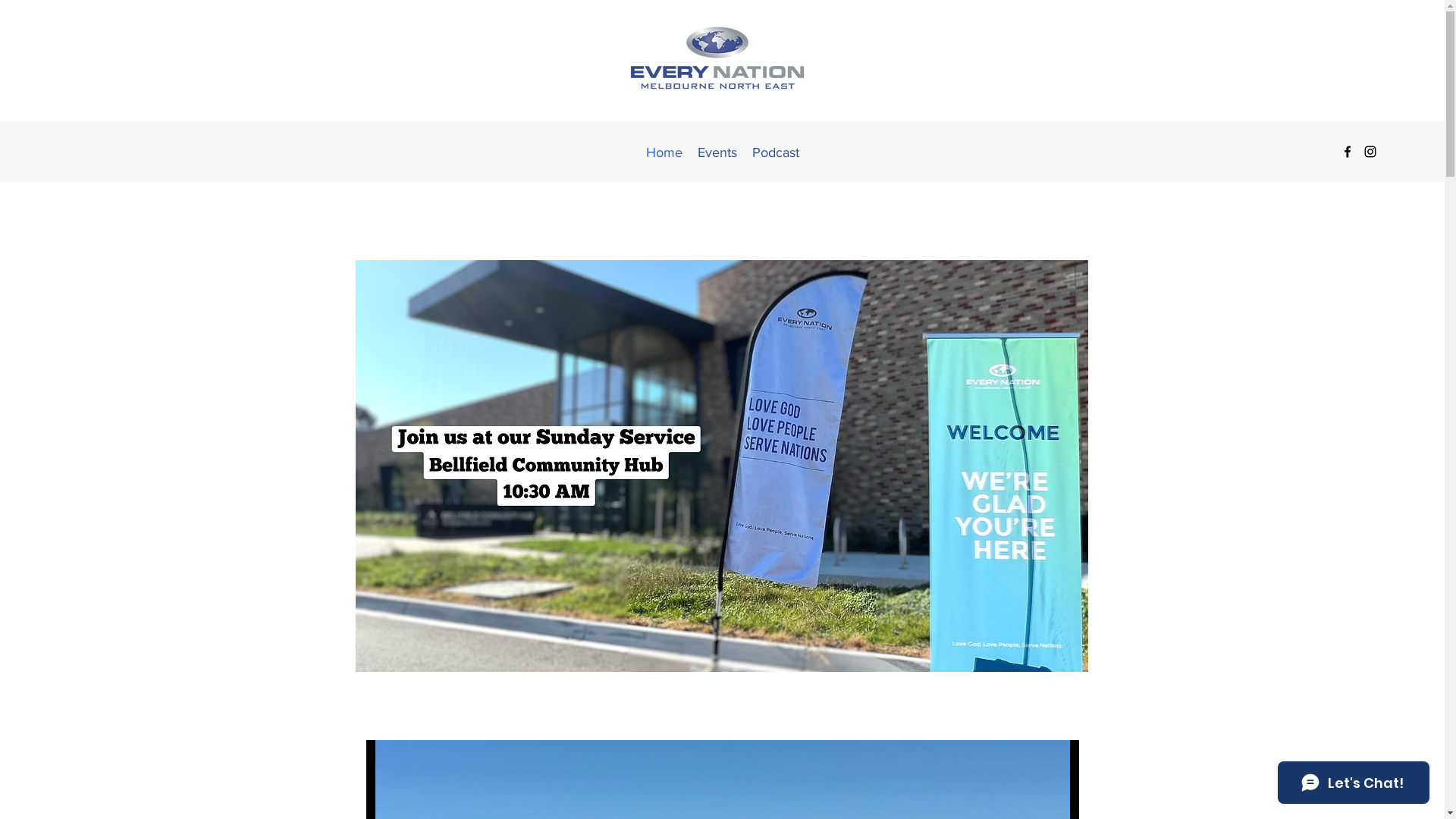  What do you see at coordinates (716, 152) in the screenshot?
I see `'Events'` at bounding box center [716, 152].